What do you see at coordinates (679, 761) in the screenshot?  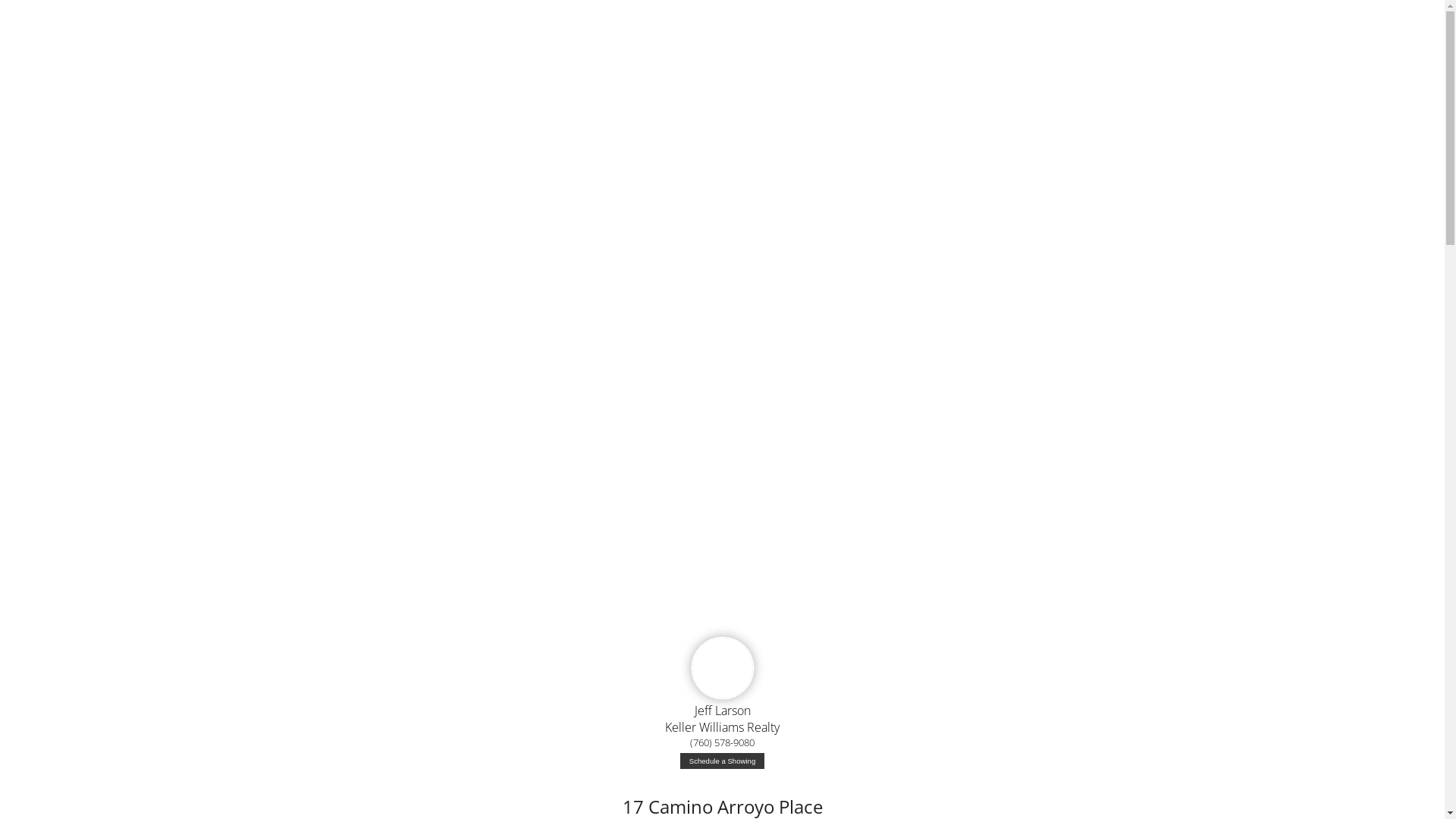 I see `'Schedule a Showing'` at bounding box center [679, 761].